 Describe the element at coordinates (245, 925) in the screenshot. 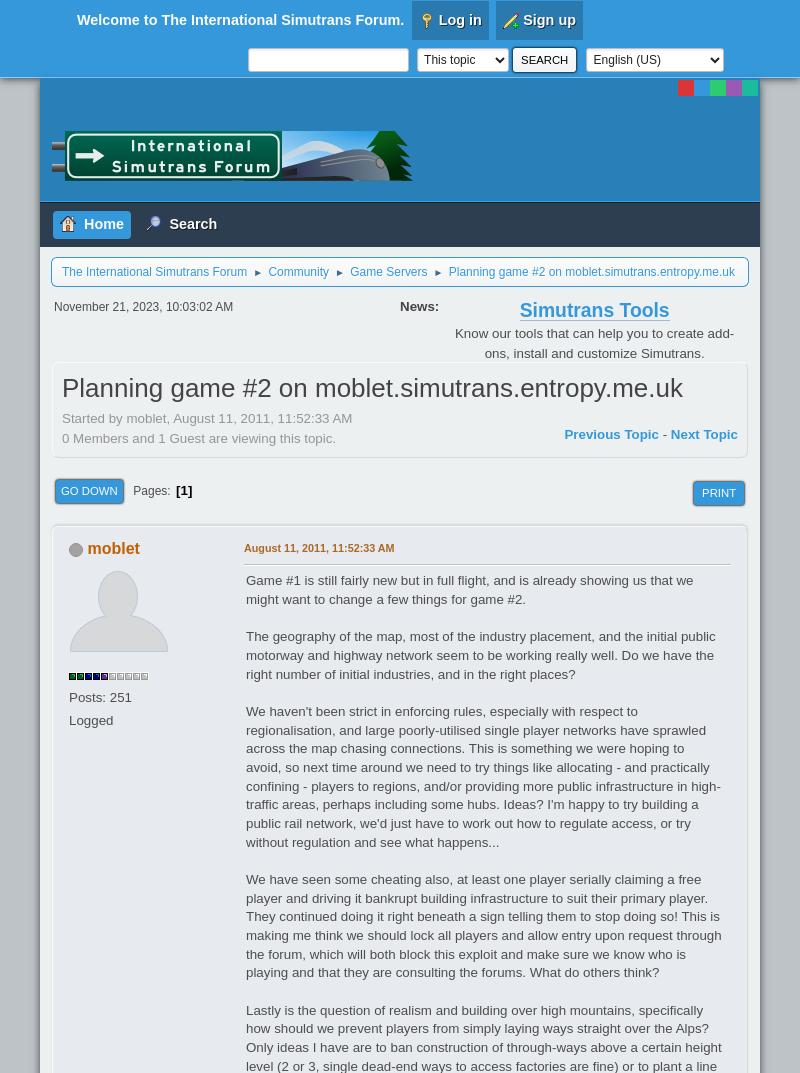

I see `'We have seen some cheating also, at least one player serially claiming a free player and driving it bankrupt building infrastructure to suit their primary player. They continued doing it right beneath a sign telling them to stop doing so! This is making me think we should lock all players and allow entry upon request through the forum, which will both block this exploit and make sure we know who is playing and that they are consulting the forums. What do others think?'` at that location.